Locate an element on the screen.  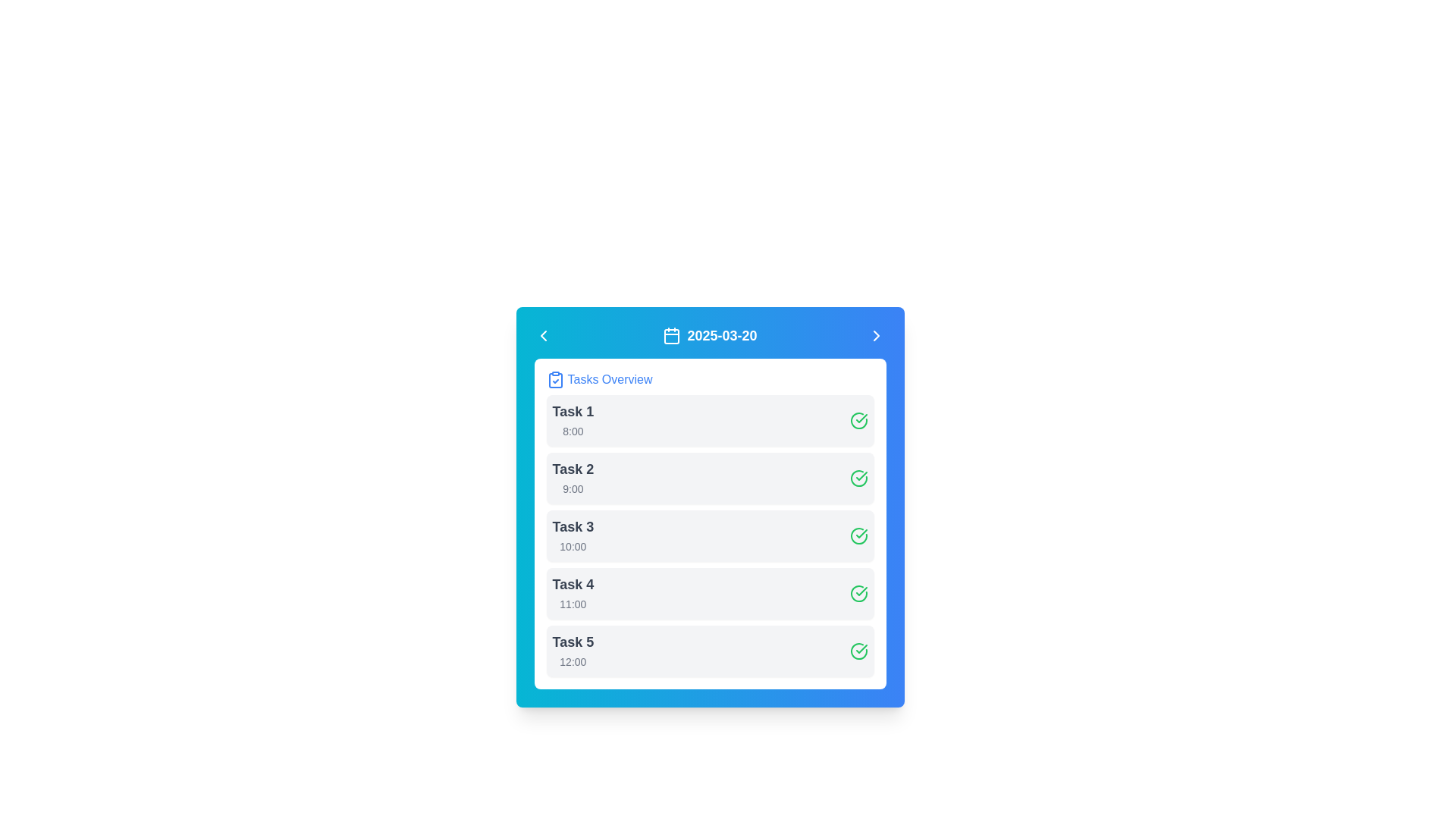
the static text element that serves as the title or summary identifier of the task located in the second row of the task management interface is located at coordinates (572, 468).